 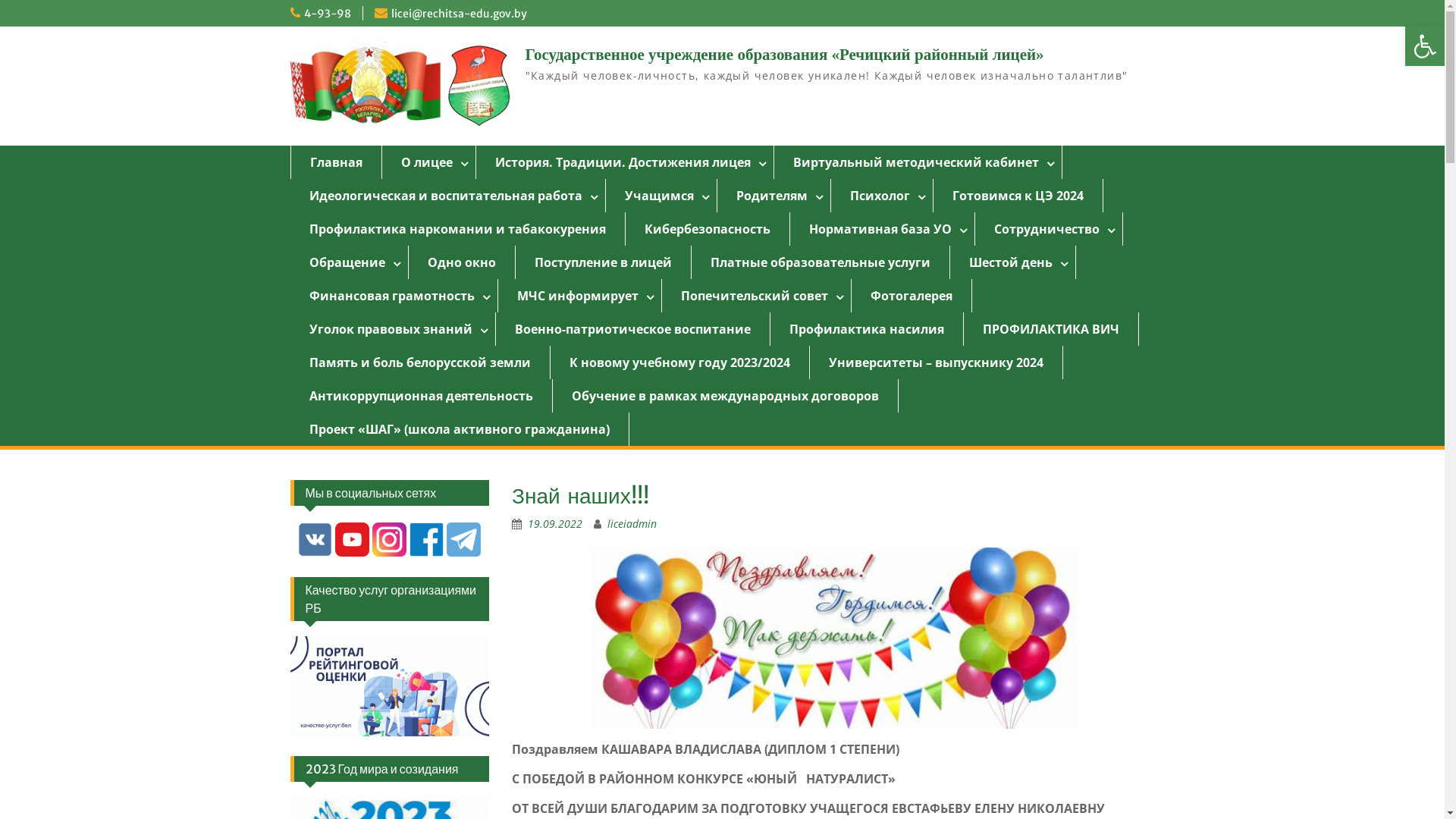 I want to click on '4-93-98', so click(x=326, y=14).